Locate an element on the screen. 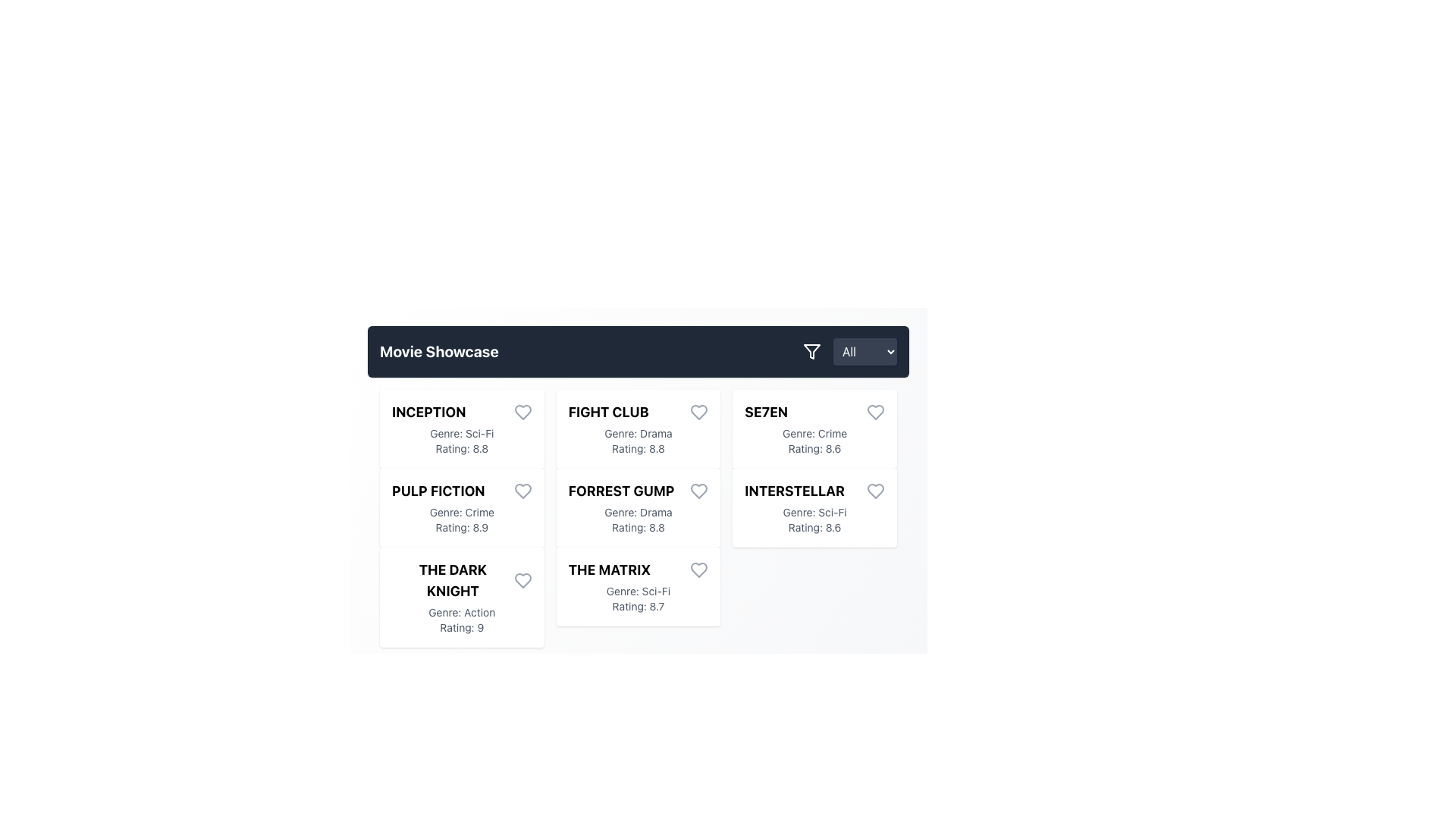  the text label displaying the genre and rating of the movie 'Se7en', which shows 'Genre: Crime' and 'Rating: 8.6' in light gray color below the movie title is located at coordinates (814, 441).